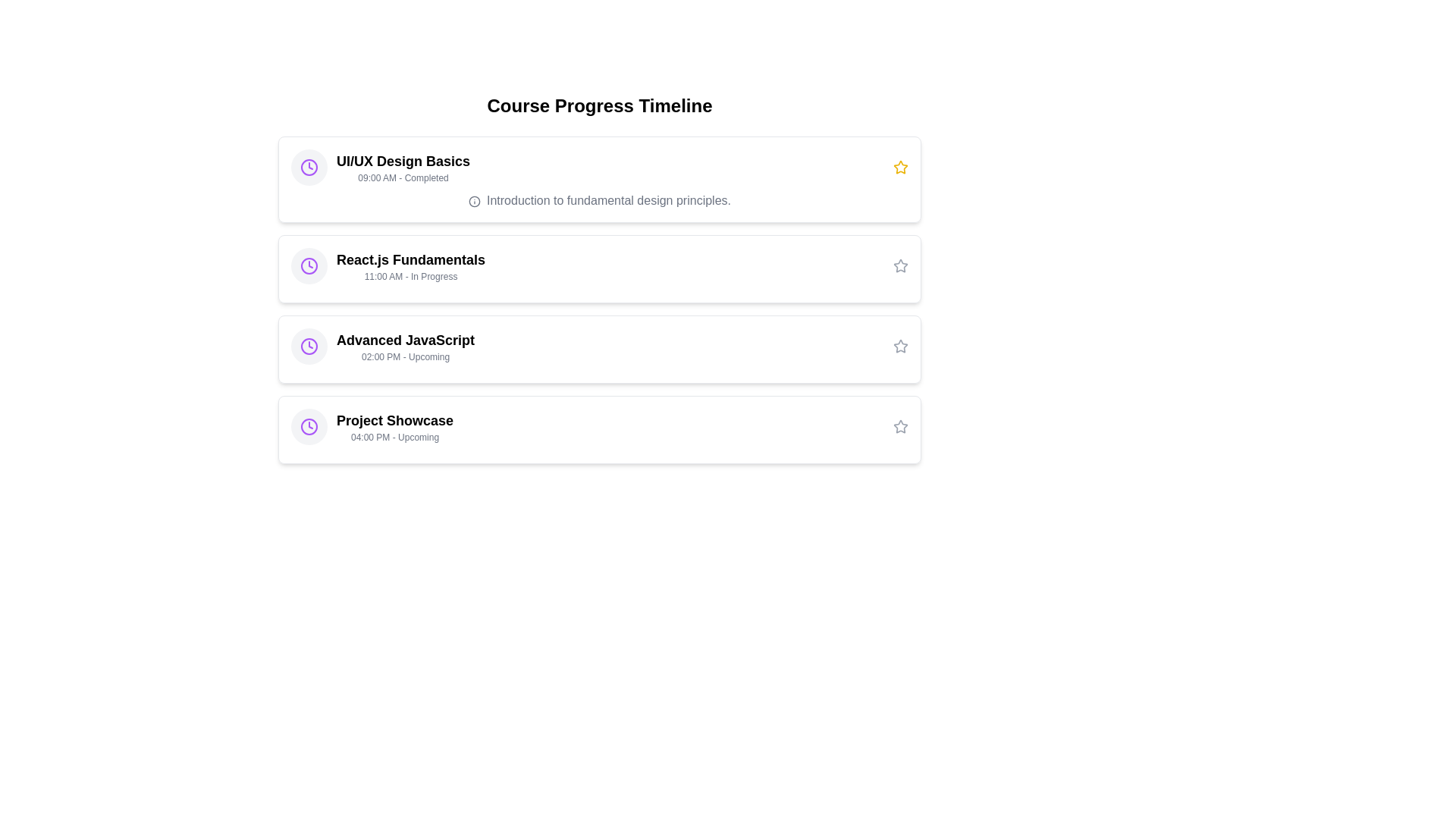 The image size is (1456, 819). Describe the element at coordinates (403, 177) in the screenshot. I see `the static text that informs the user of the scheduled time and completion status of the 'UI/UX Design Basics' course, located below the title text within the first card of the courses list` at that location.